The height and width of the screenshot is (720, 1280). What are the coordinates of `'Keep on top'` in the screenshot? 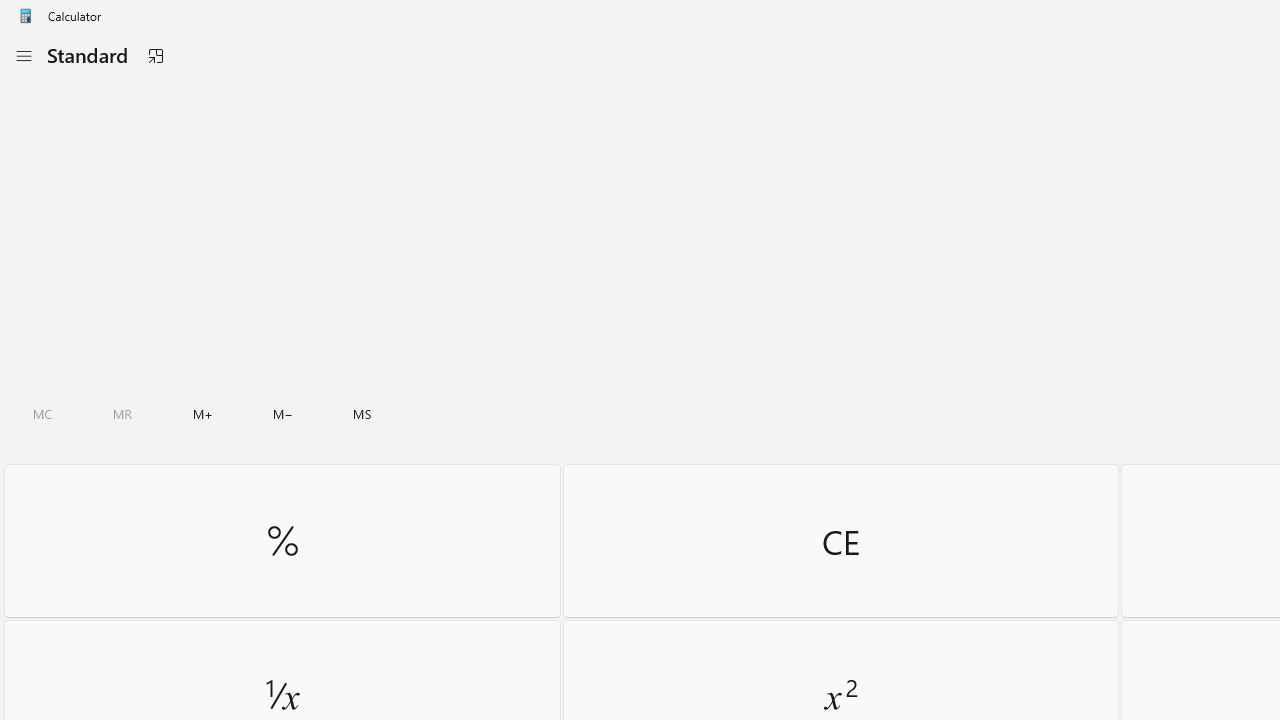 It's located at (154, 55).